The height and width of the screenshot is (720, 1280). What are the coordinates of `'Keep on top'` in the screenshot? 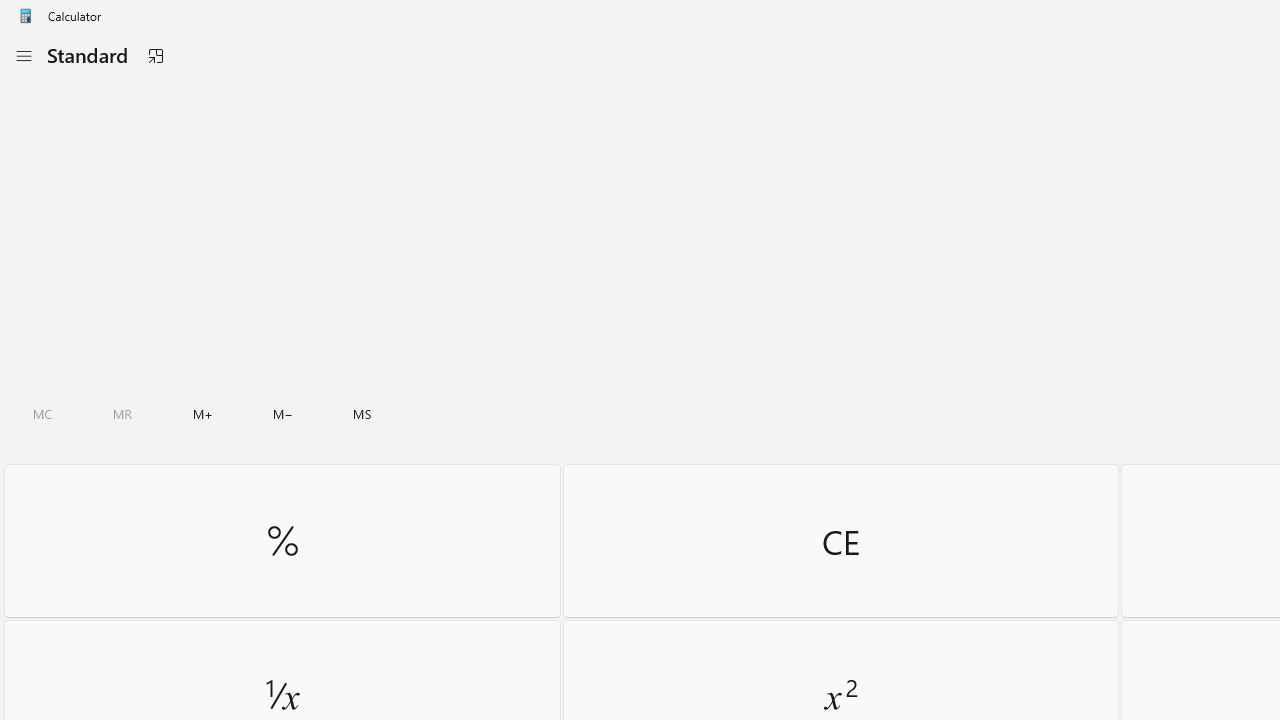 It's located at (154, 55).